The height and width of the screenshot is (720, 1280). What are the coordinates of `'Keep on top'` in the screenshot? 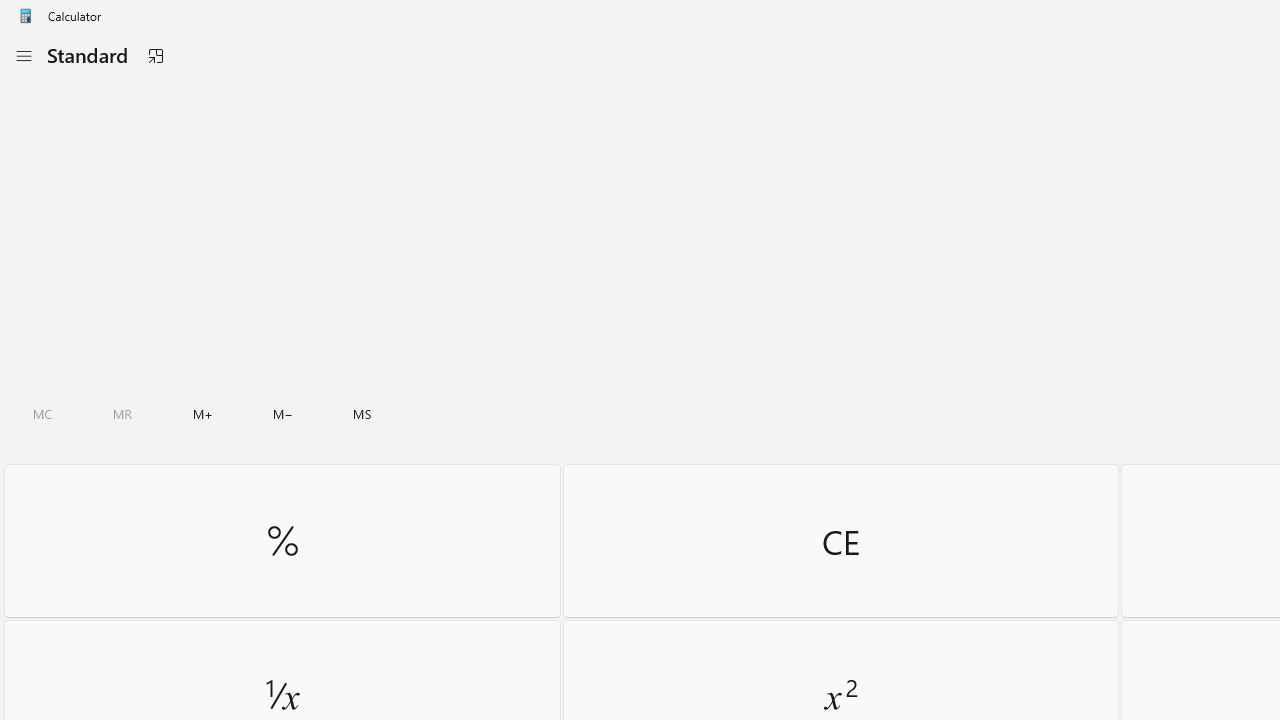 It's located at (154, 55).